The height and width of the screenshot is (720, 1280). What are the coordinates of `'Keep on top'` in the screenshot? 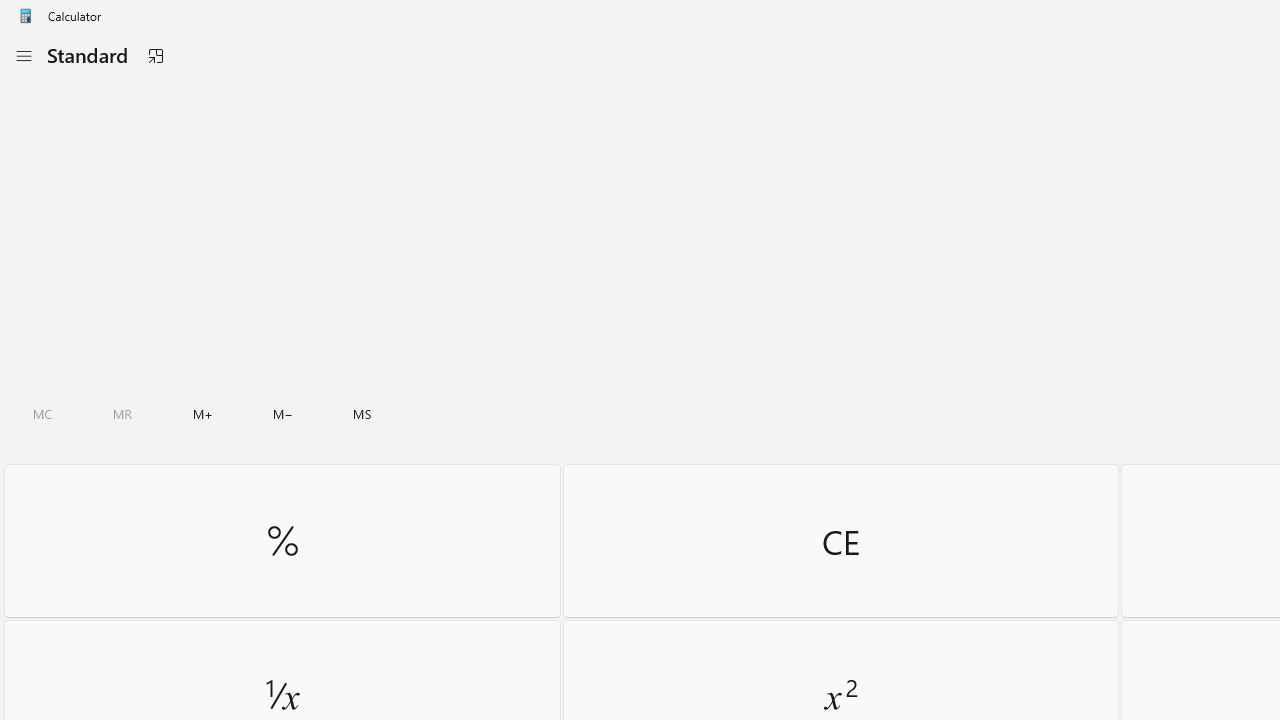 It's located at (154, 55).